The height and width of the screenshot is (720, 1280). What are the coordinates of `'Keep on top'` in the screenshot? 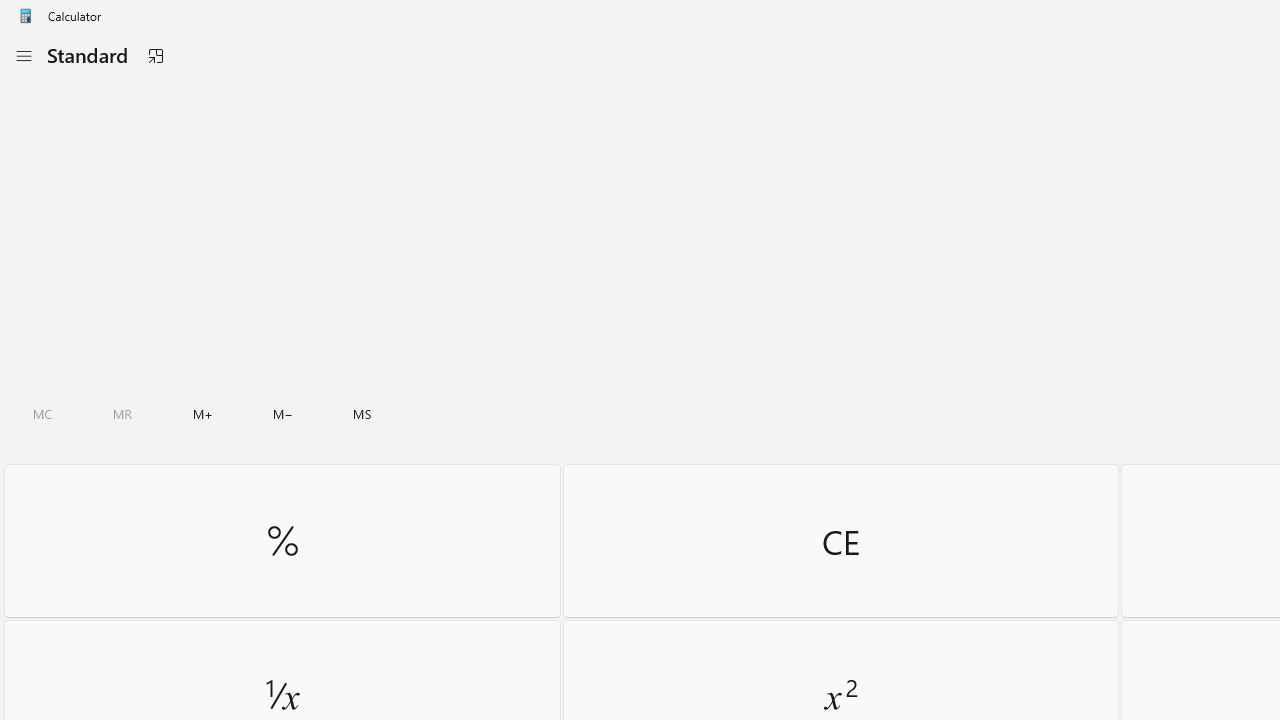 It's located at (154, 55).